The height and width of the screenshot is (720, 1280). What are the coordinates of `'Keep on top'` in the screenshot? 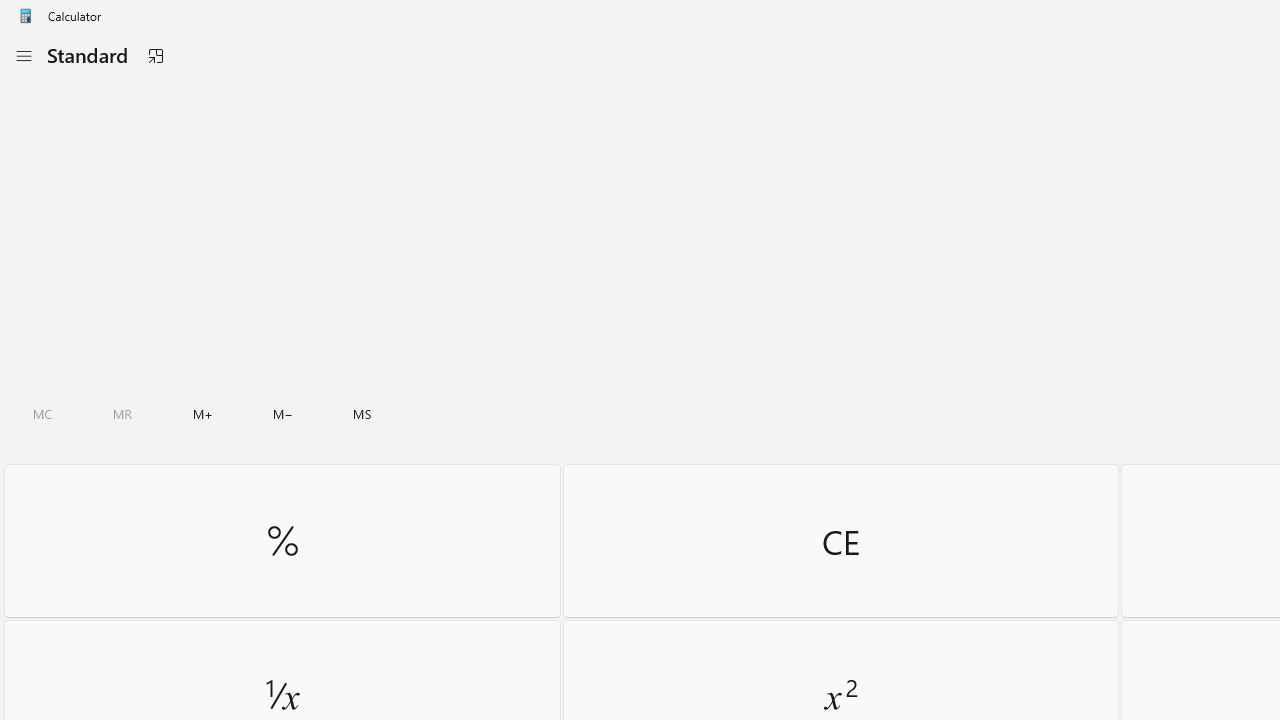 It's located at (154, 55).